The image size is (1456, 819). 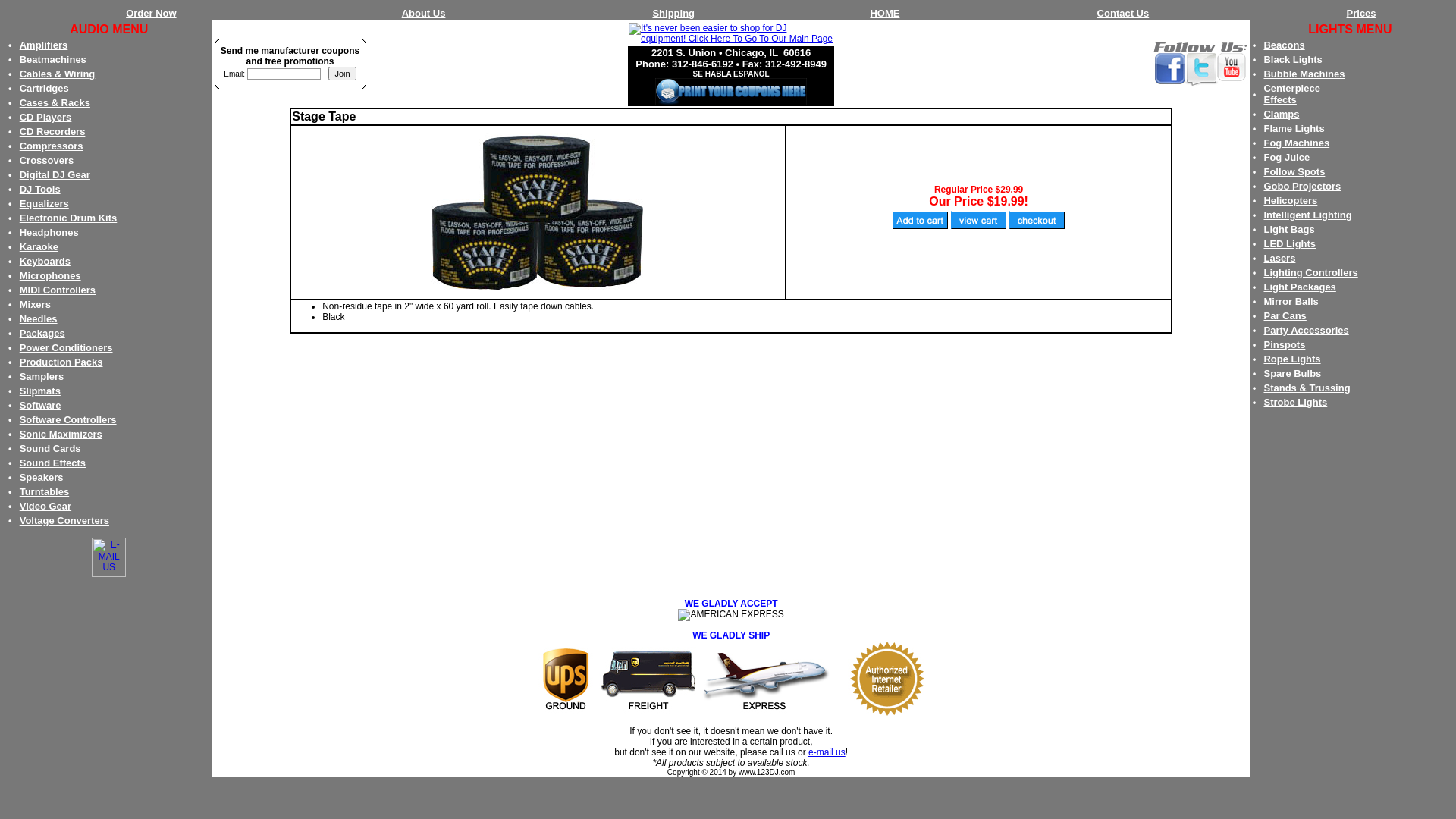 What do you see at coordinates (1361, 13) in the screenshot?
I see `'Prices'` at bounding box center [1361, 13].